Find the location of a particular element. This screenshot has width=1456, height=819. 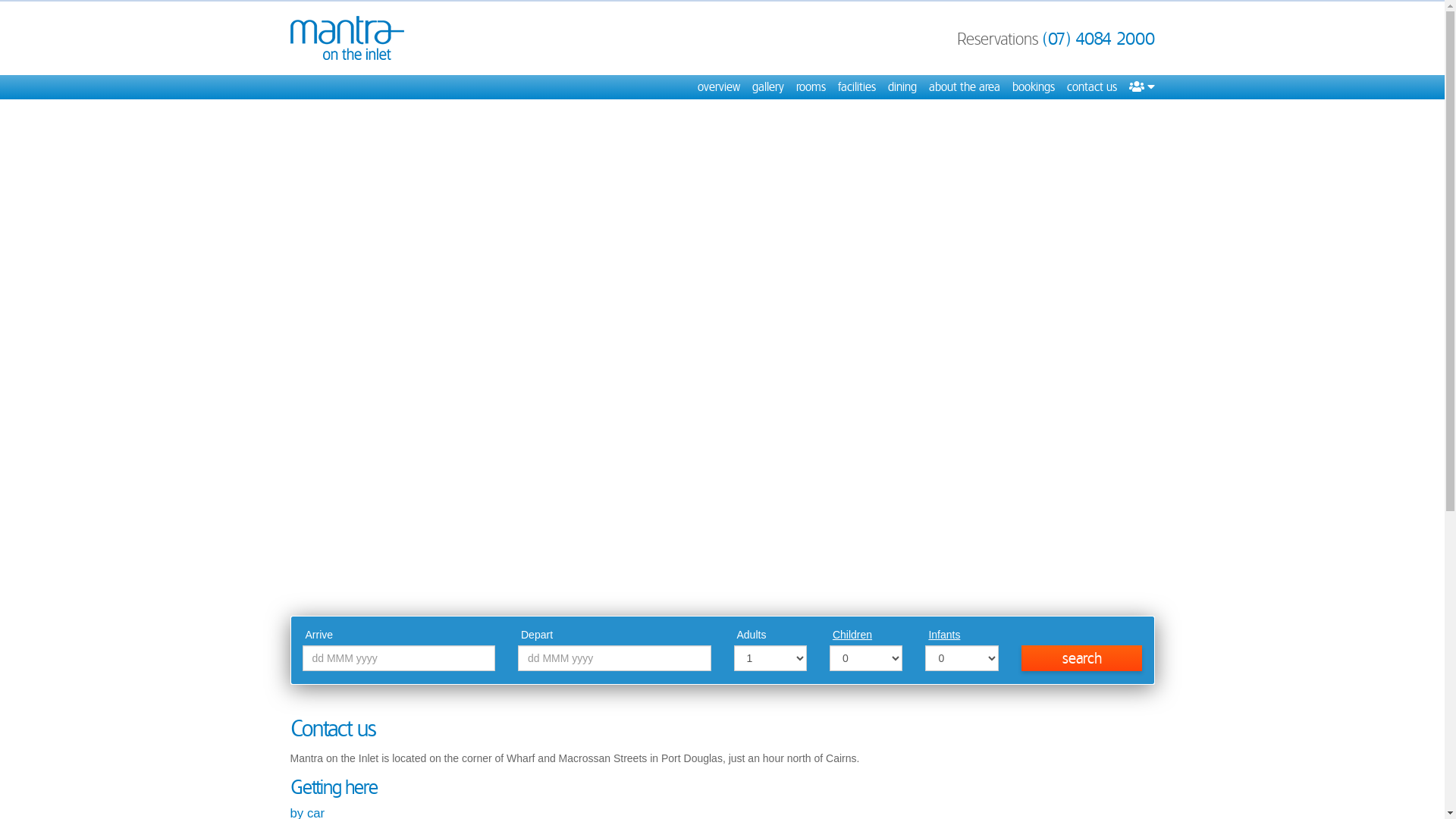

'overview' is located at coordinates (718, 87).